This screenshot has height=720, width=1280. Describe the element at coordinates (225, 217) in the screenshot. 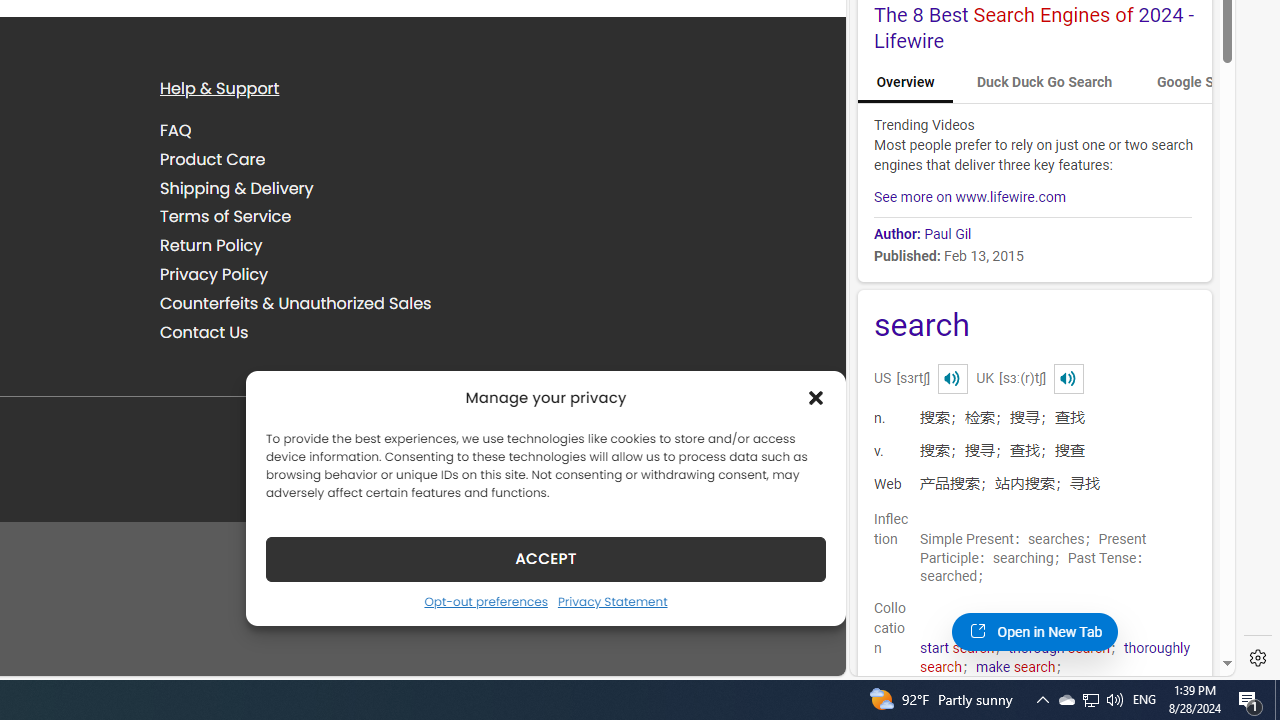

I see `'Terms of Service'` at that location.